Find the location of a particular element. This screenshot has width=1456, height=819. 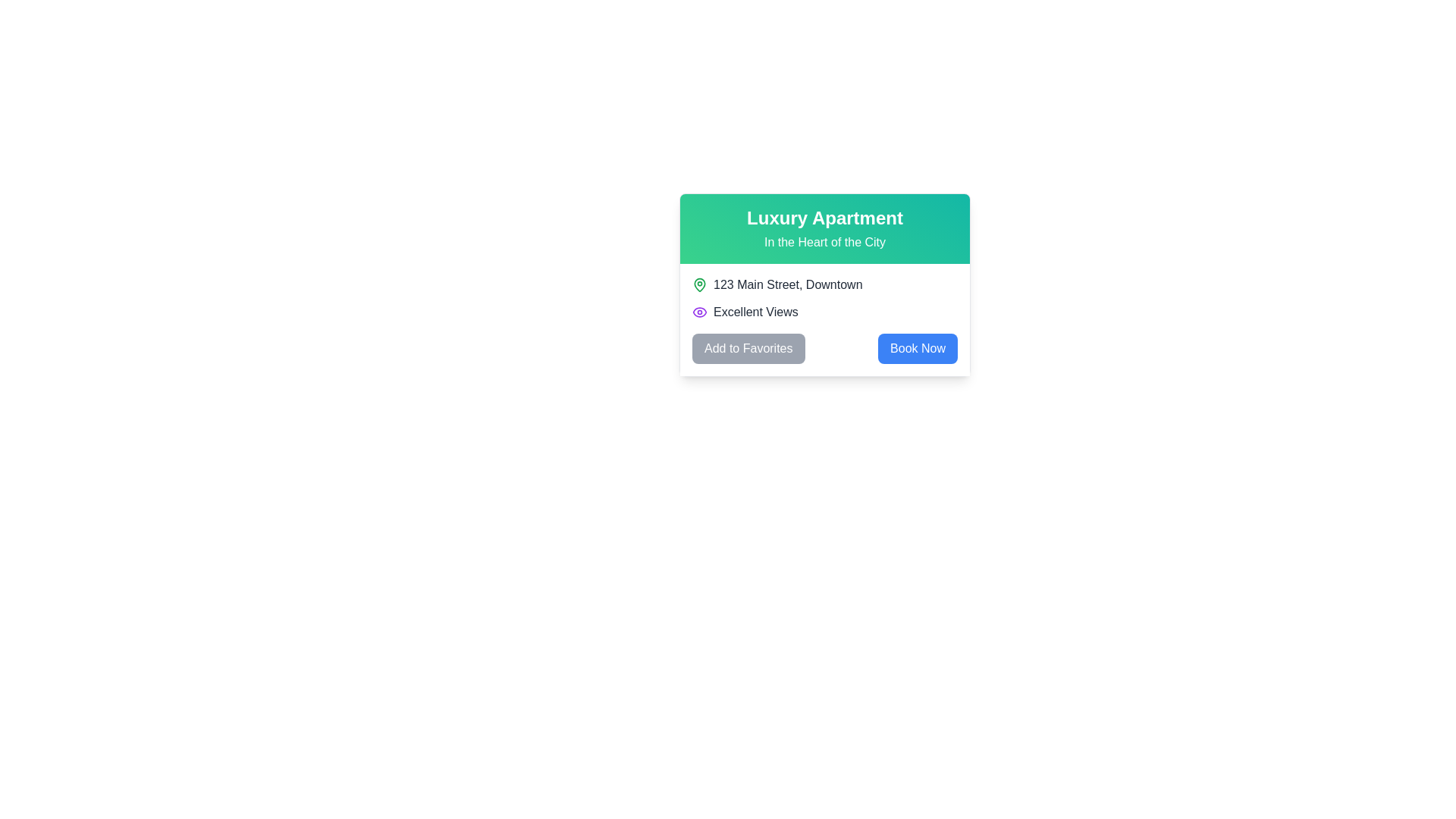

the subtitle text label providing additional information about the 'Luxury Apartment' offering, which is located directly below the title text is located at coordinates (824, 242).